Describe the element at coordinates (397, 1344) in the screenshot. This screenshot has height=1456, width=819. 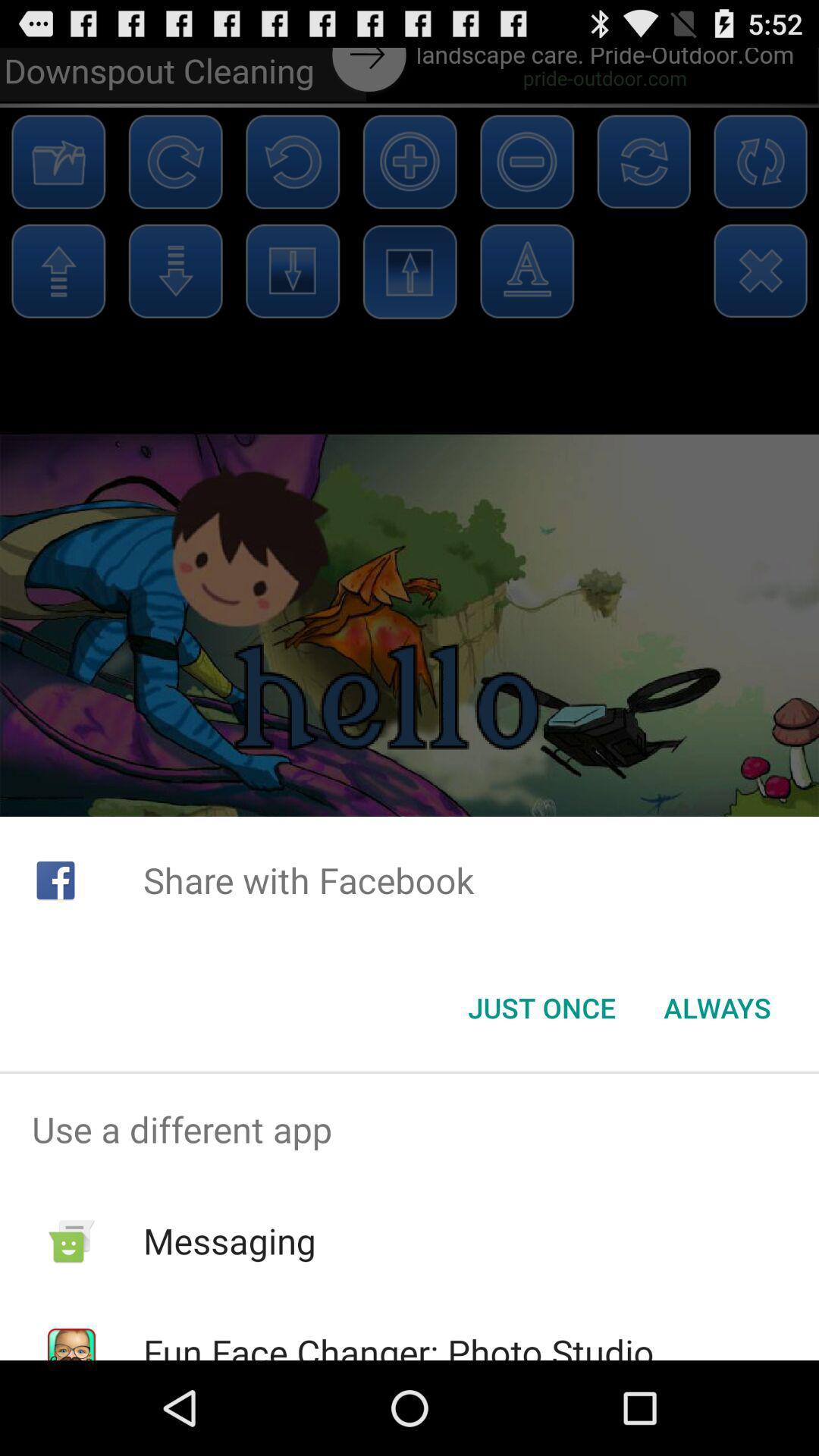
I see `the item below the messaging item` at that location.